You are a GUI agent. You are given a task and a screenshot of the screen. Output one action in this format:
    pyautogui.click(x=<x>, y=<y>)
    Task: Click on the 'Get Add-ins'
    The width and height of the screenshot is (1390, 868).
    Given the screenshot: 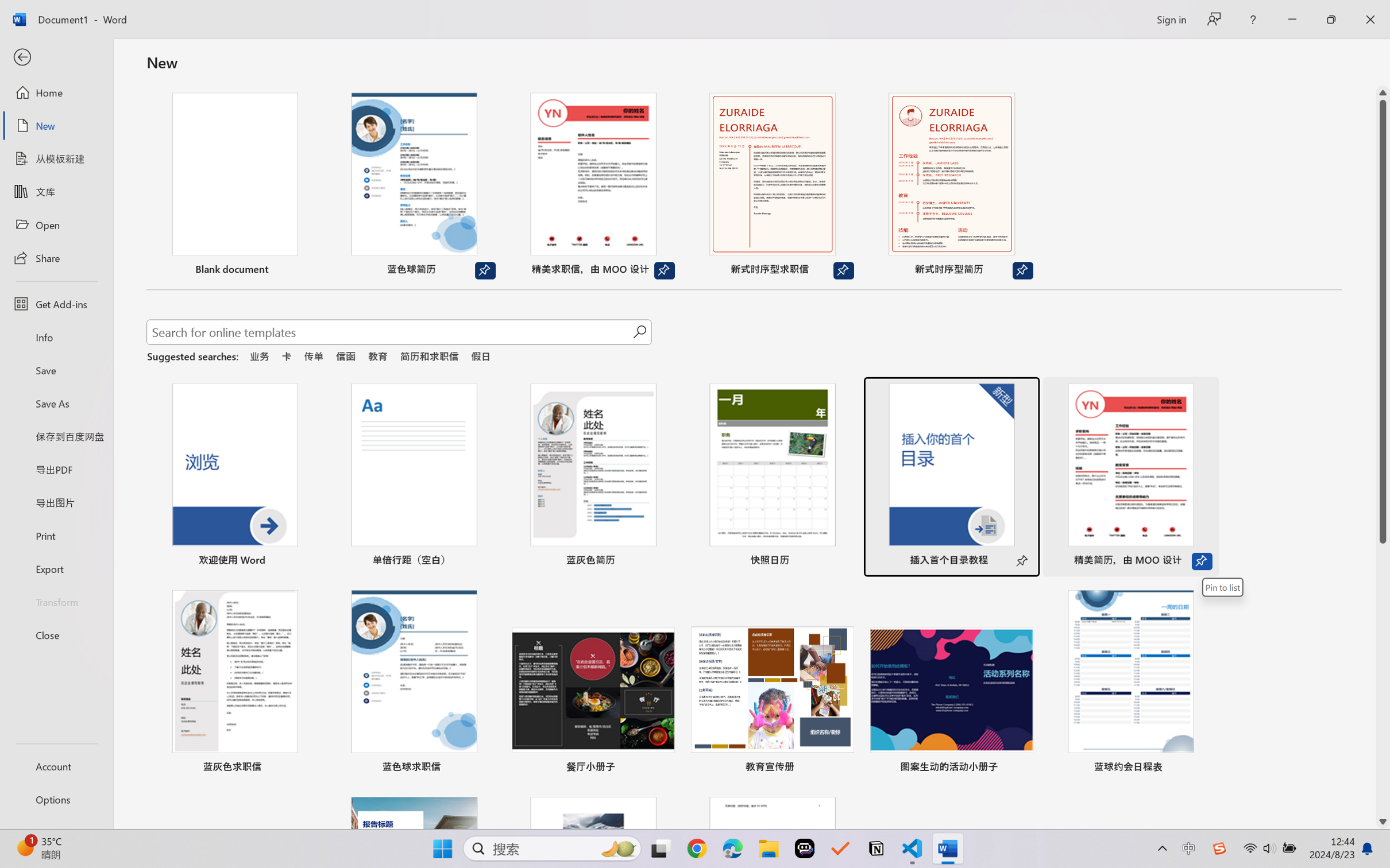 What is the action you would take?
    pyautogui.click(x=56, y=303)
    